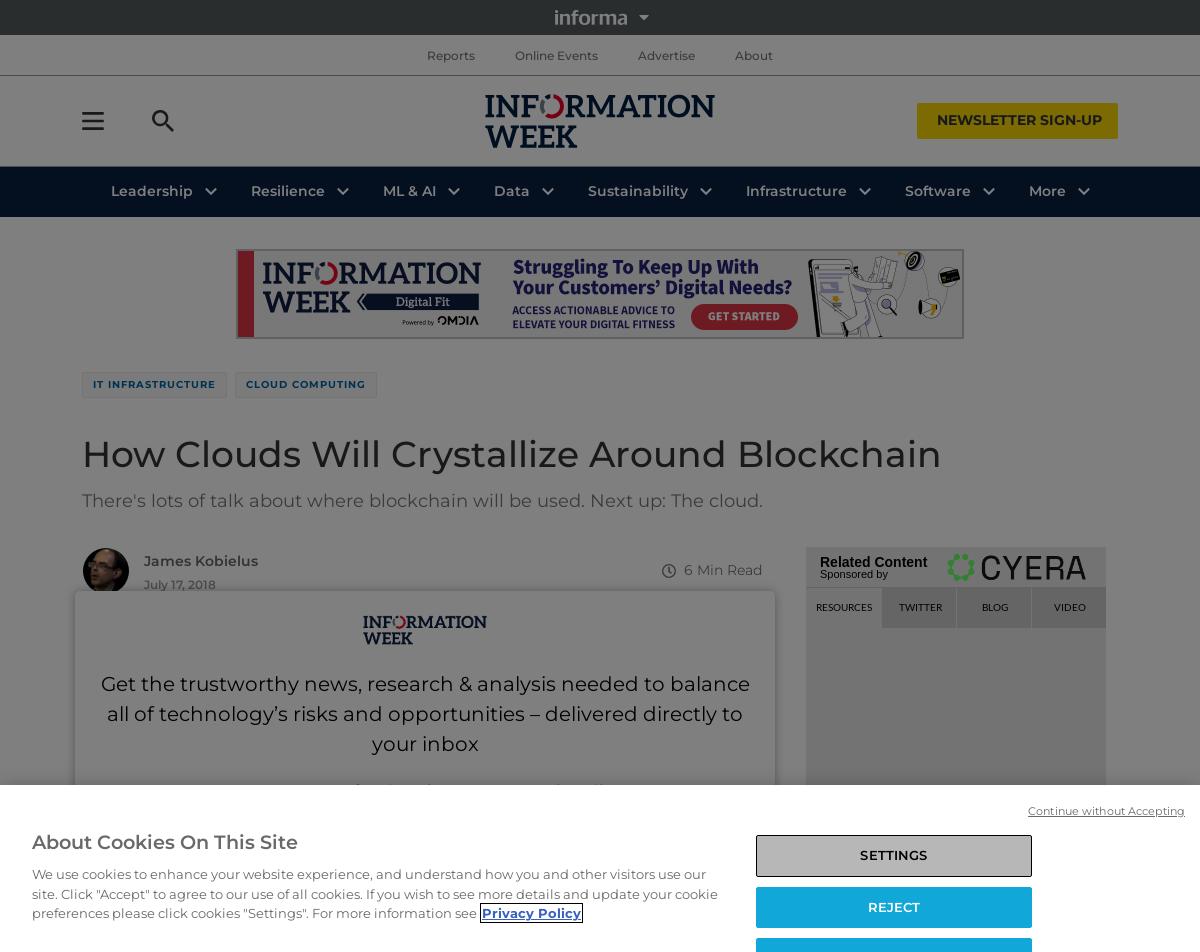  I want to click on 'How Clouds Will Crystallize Around Blockchain', so click(511, 454).